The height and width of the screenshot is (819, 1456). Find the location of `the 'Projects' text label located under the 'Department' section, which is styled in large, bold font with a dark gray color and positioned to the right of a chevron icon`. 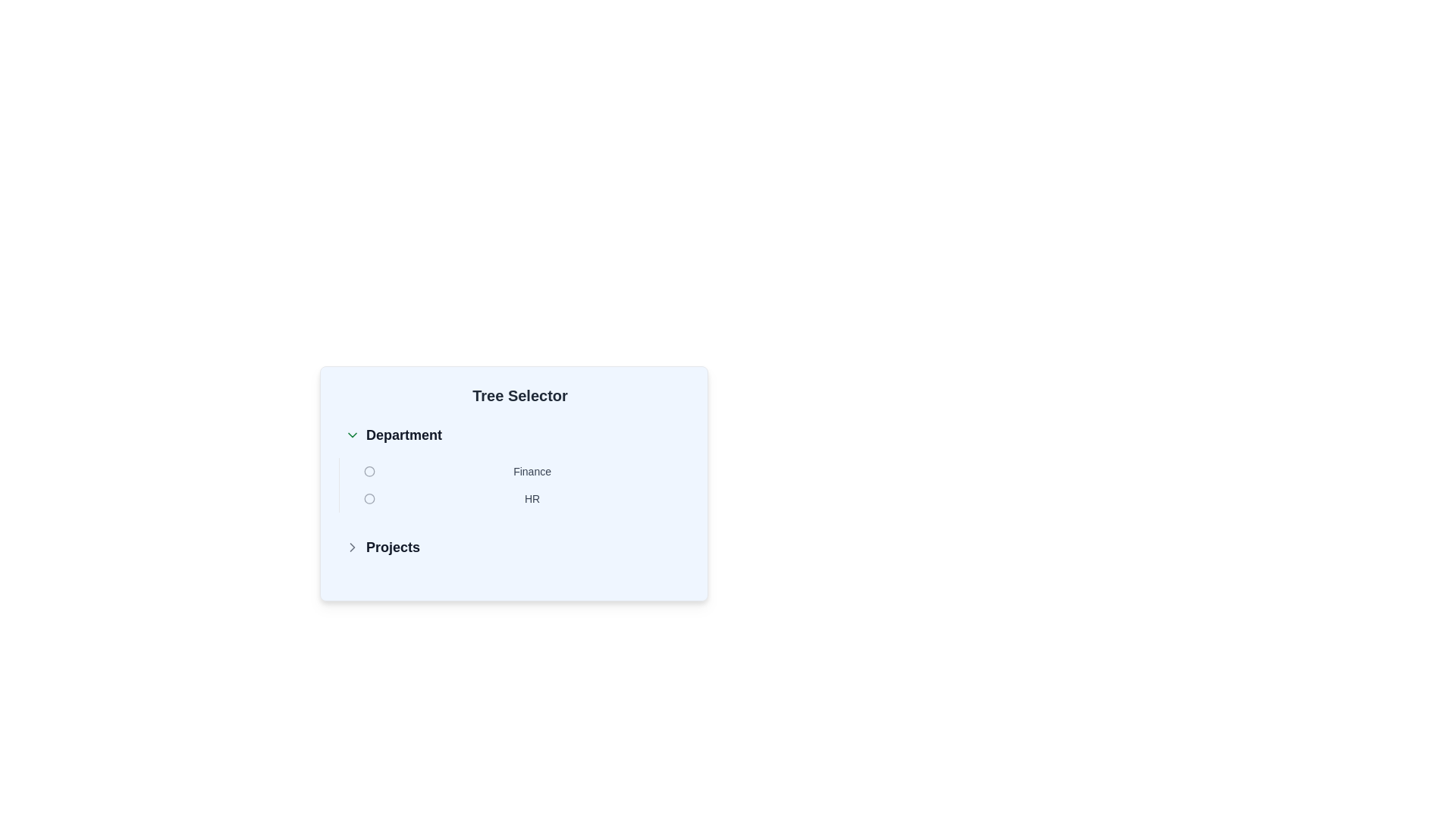

the 'Projects' text label located under the 'Department' section, which is styled in large, bold font with a dark gray color and positioned to the right of a chevron icon is located at coordinates (393, 547).